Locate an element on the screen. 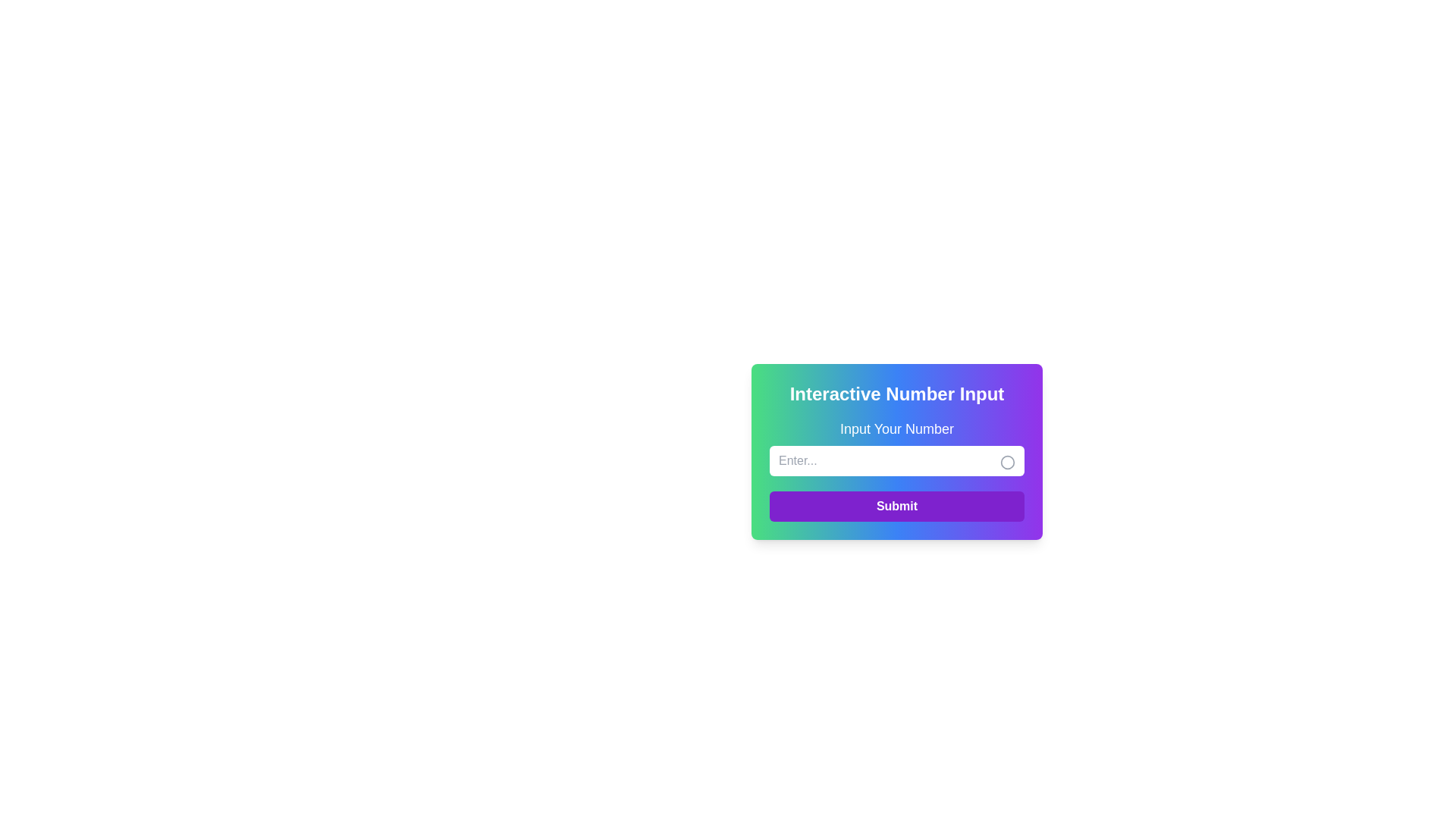  the rectangular 'Submit' button with a purple background and bold white text is located at coordinates (896, 506).